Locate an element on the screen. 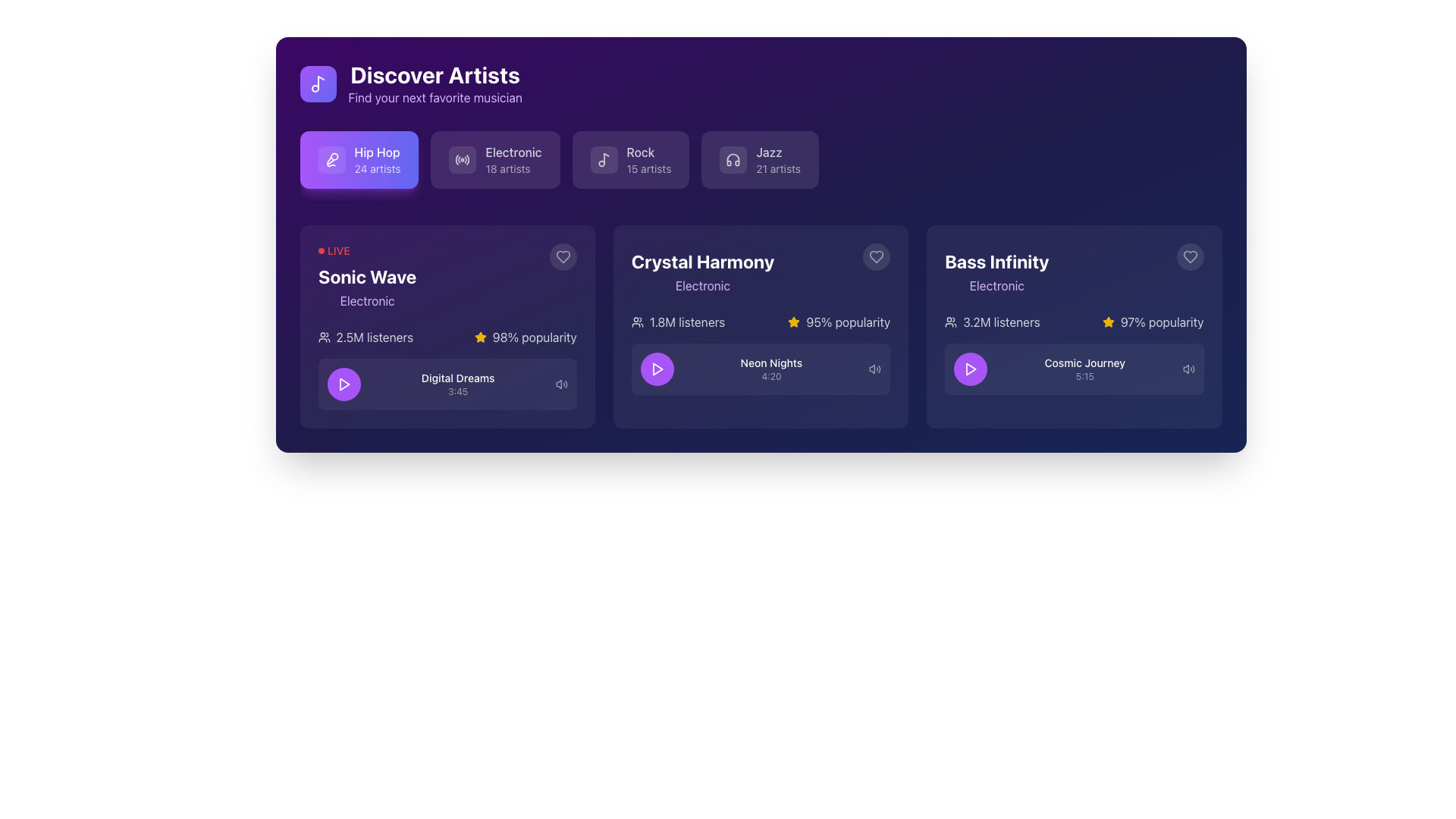  the Text Label that displays the name of the digital content item within the 'Sonic Wave' card in the 'Discover Artists' section, located just below the main title and above the smaller text '3:45' is located at coordinates (457, 377).